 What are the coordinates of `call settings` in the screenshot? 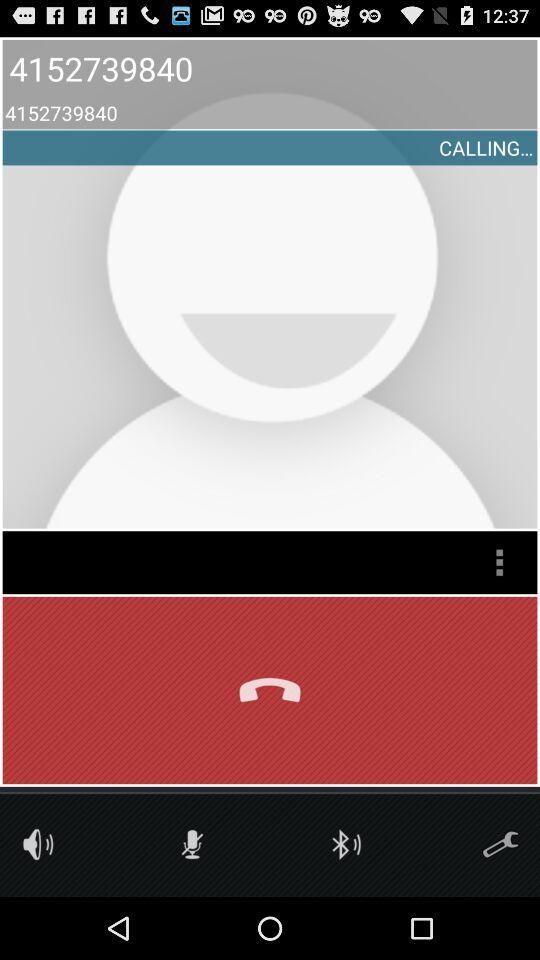 It's located at (499, 843).